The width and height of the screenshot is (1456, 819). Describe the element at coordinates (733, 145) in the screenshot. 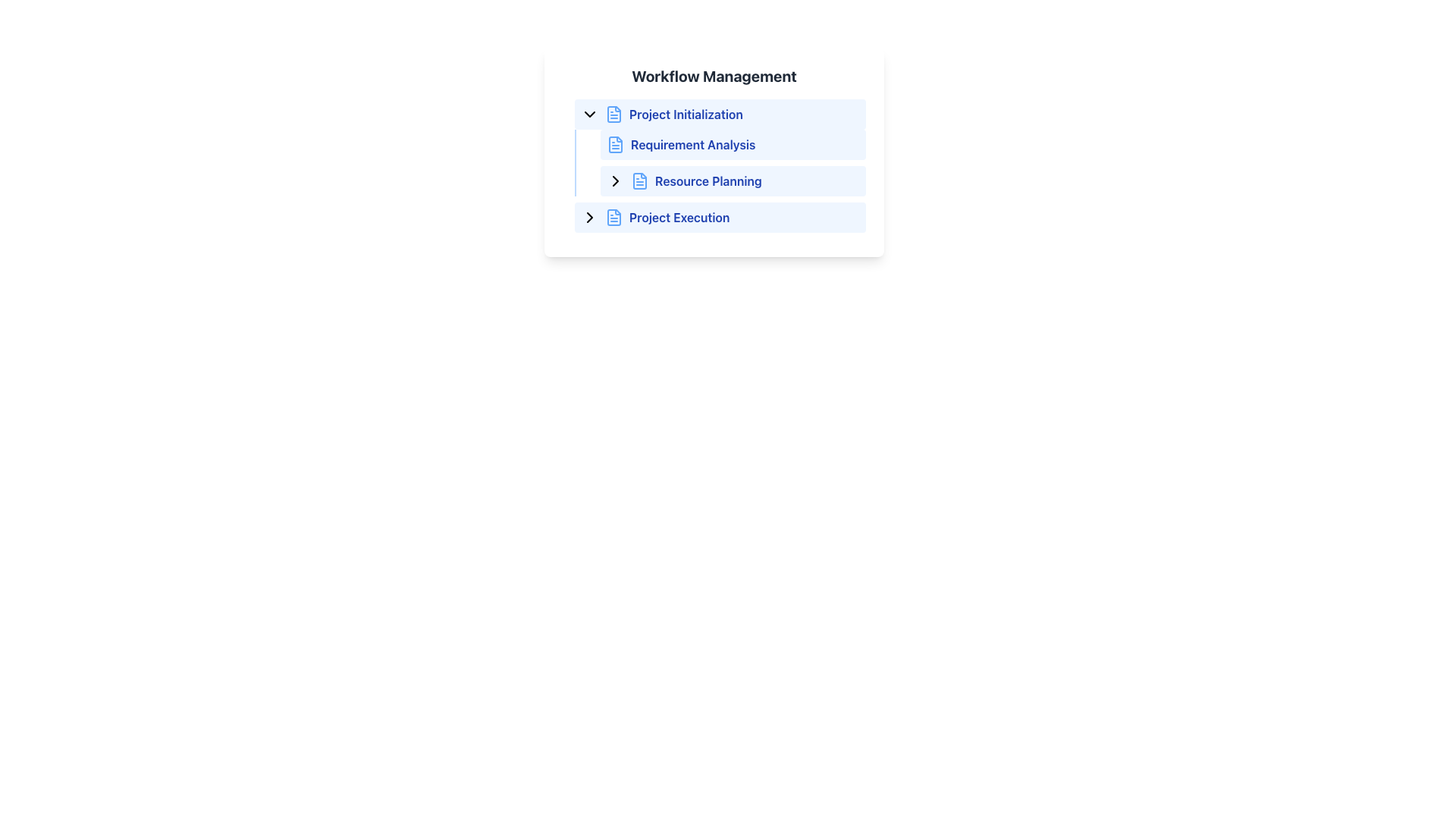

I see `the 'Requirement Analysis' label within the Workflow Management section, which is styled with a bold blue font and has a document icon to its left` at that location.